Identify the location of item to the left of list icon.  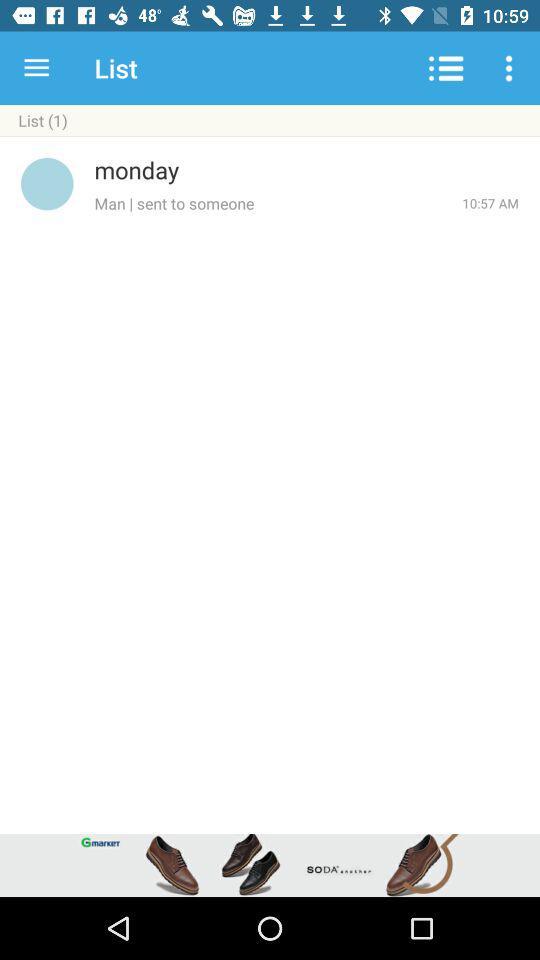
(36, 68).